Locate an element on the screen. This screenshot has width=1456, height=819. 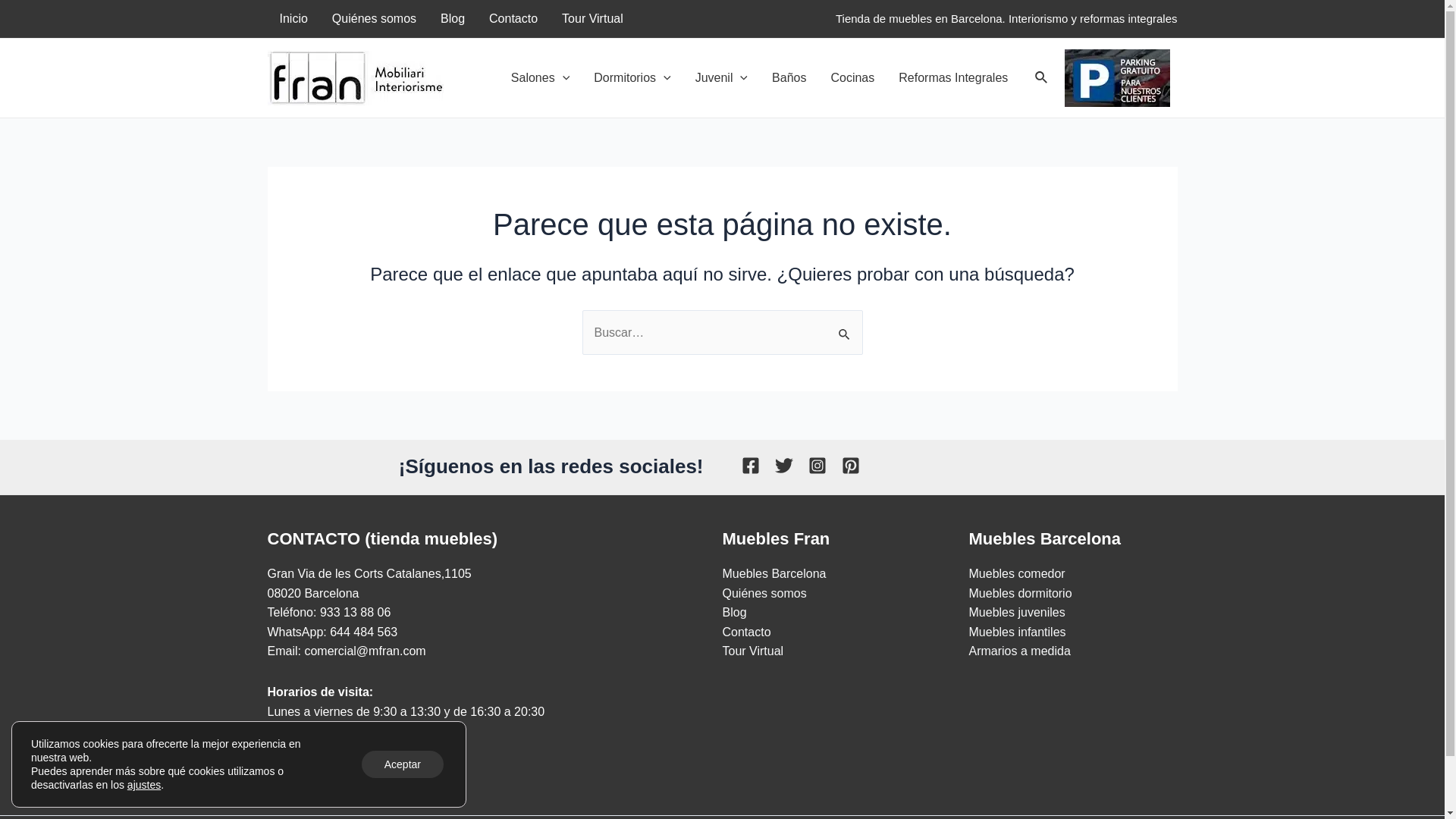
'Blog' is located at coordinates (451, 18).